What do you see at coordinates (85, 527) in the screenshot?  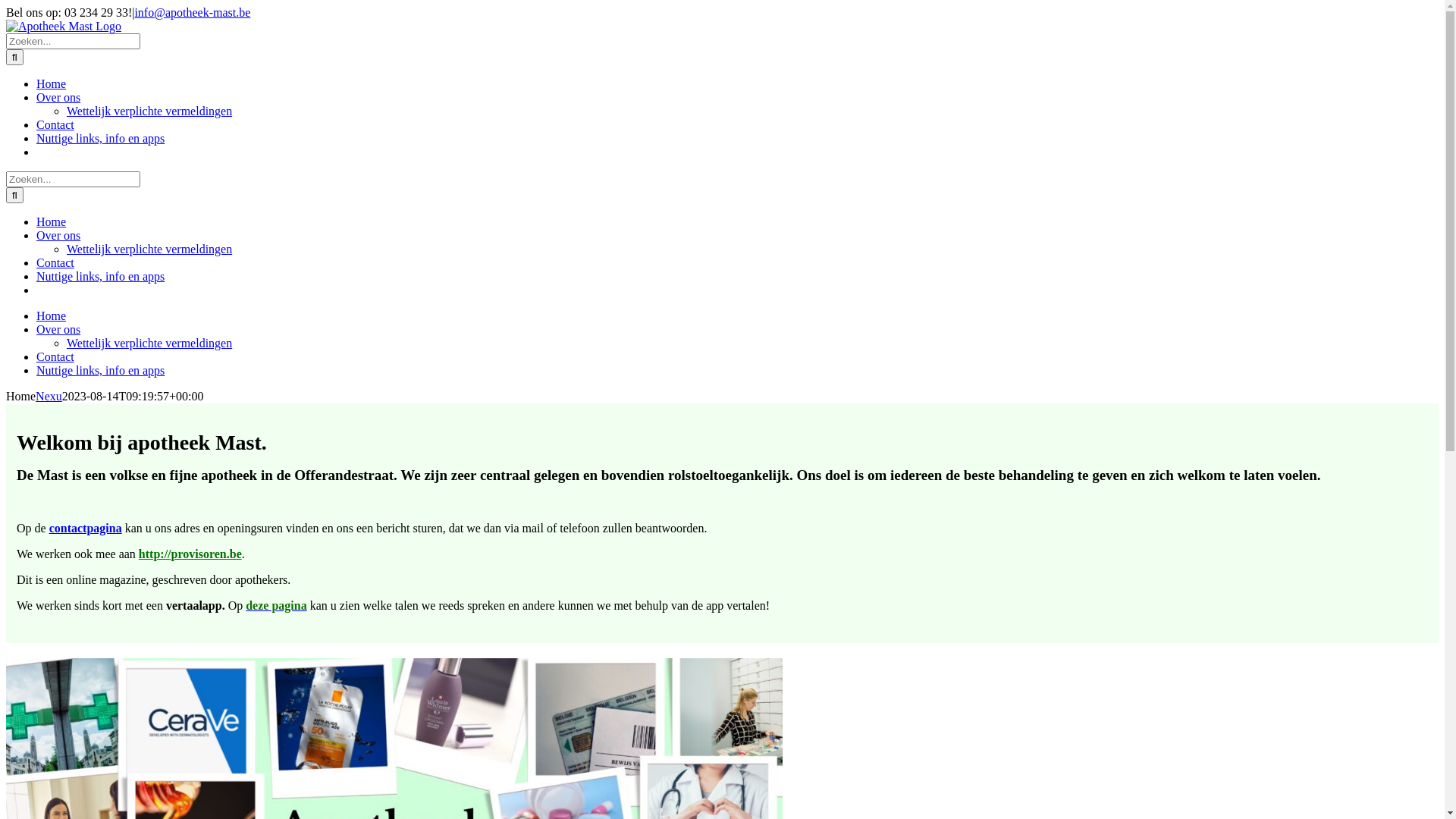 I see `'contactpagina'` at bounding box center [85, 527].